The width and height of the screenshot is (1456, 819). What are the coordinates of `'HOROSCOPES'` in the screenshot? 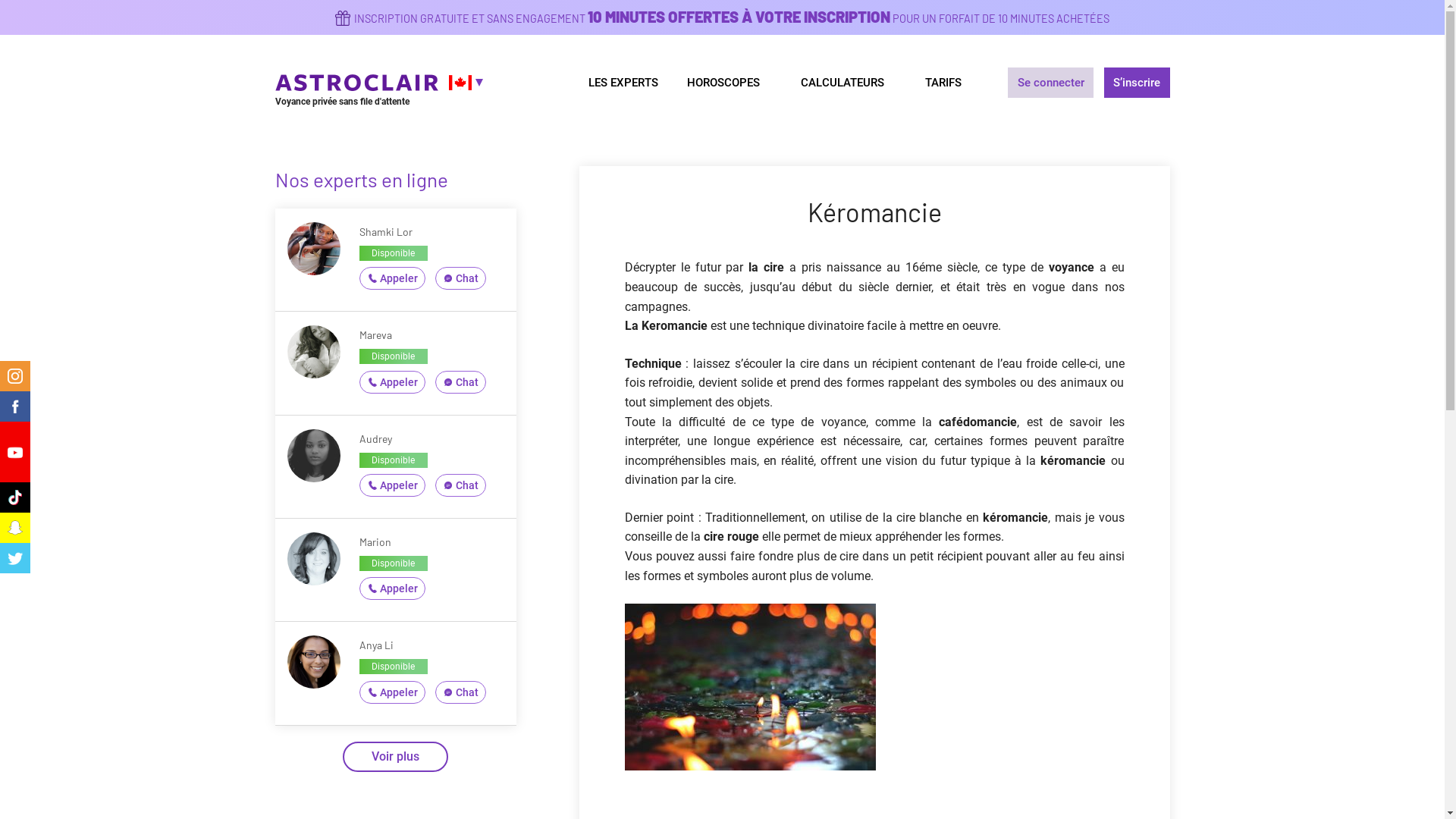 It's located at (672, 82).